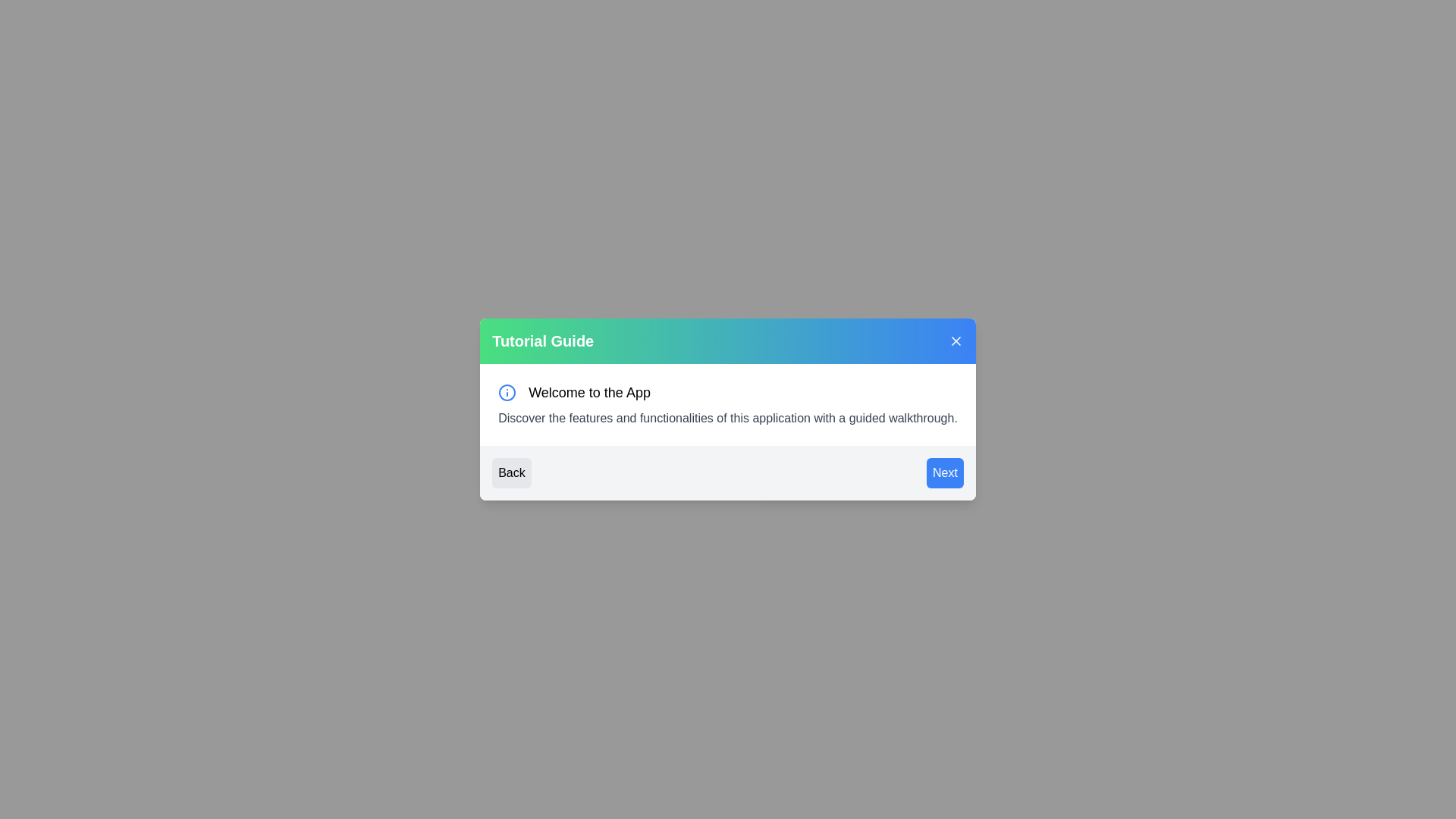 Image resolution: width=1456 pixels, height=819 pixels. What do you see at coordinates (955, 341) in the screenshot?
I see `the close button located in the top-right corner of the 'Tutorial Guide' dialog box` at bounding box center [955, 341].